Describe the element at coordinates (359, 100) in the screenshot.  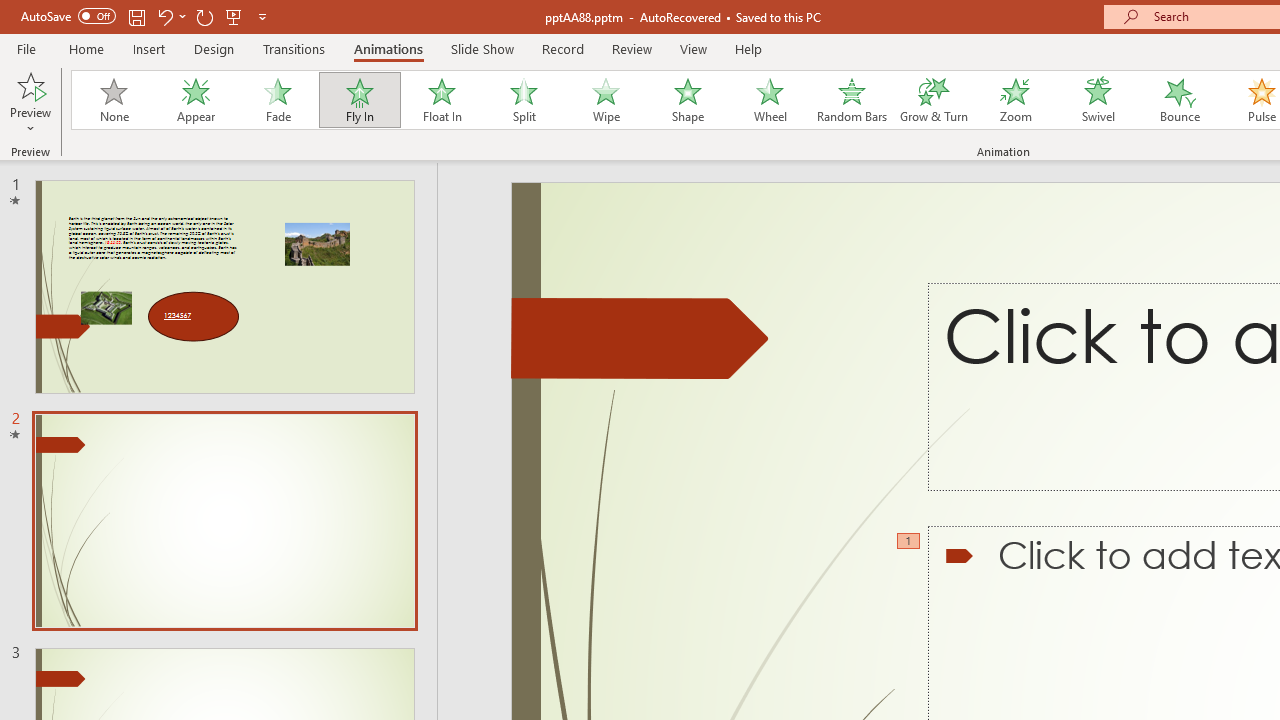
I see `'Fly In'` at that location.